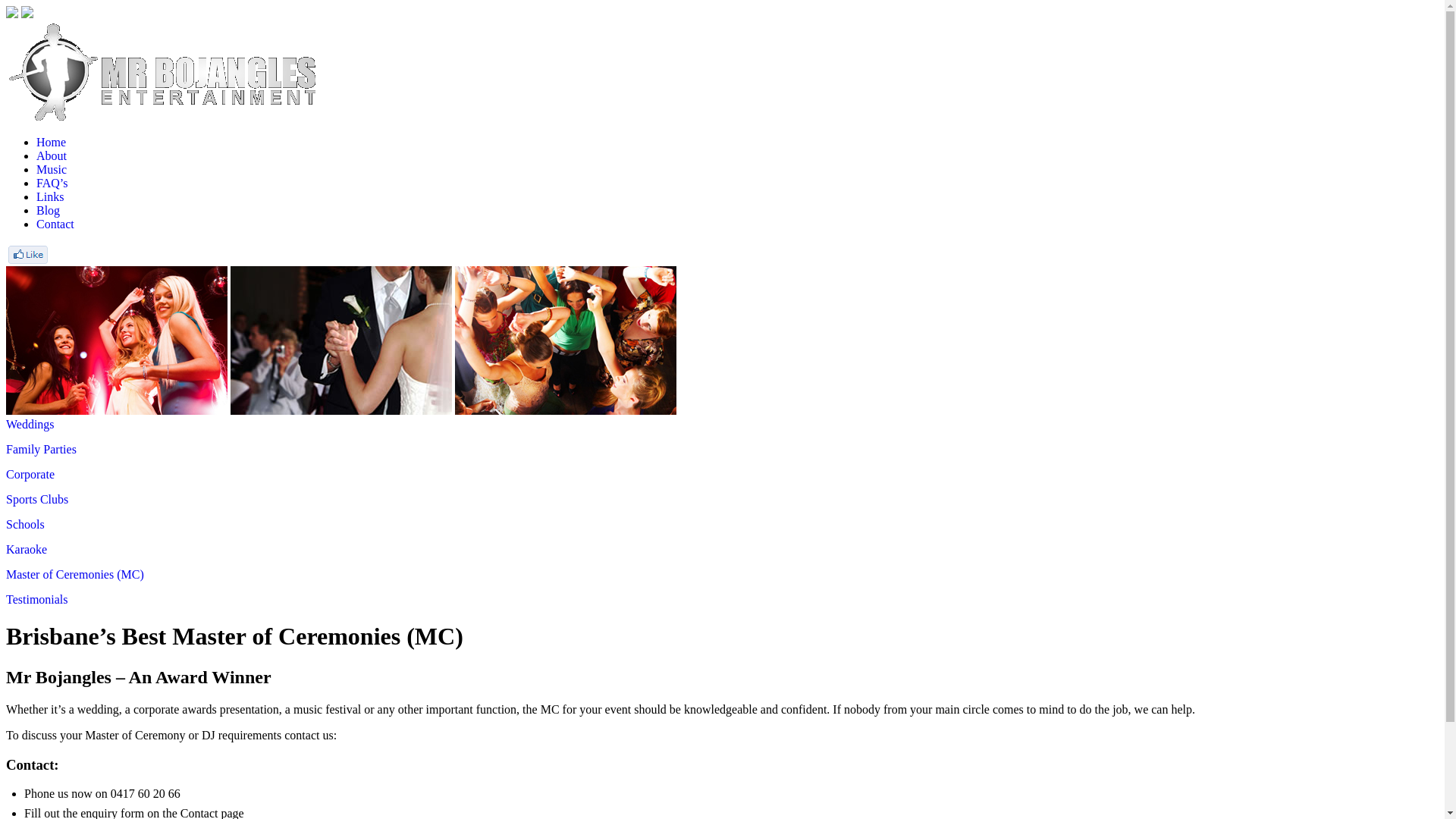 This screenshot has height=819, width=1456. Describe the element at coordinates (30, 424) in the screenshot. I see `'Weddings'` at that location.